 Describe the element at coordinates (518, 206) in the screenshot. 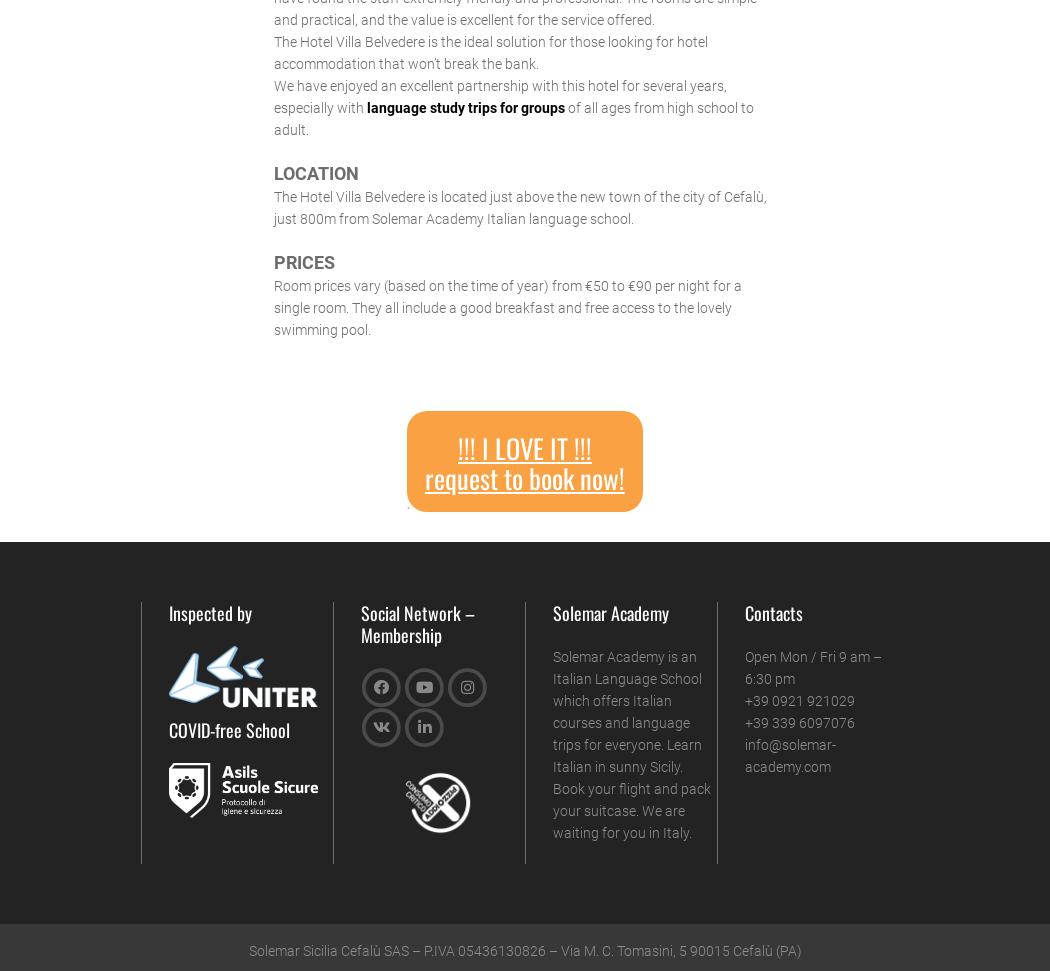

I see `'The Hotel Villa Belvedere is located just above the new town of the city of Cefalù, just 800m from Solemar Academy Italian language school.'` at that location.